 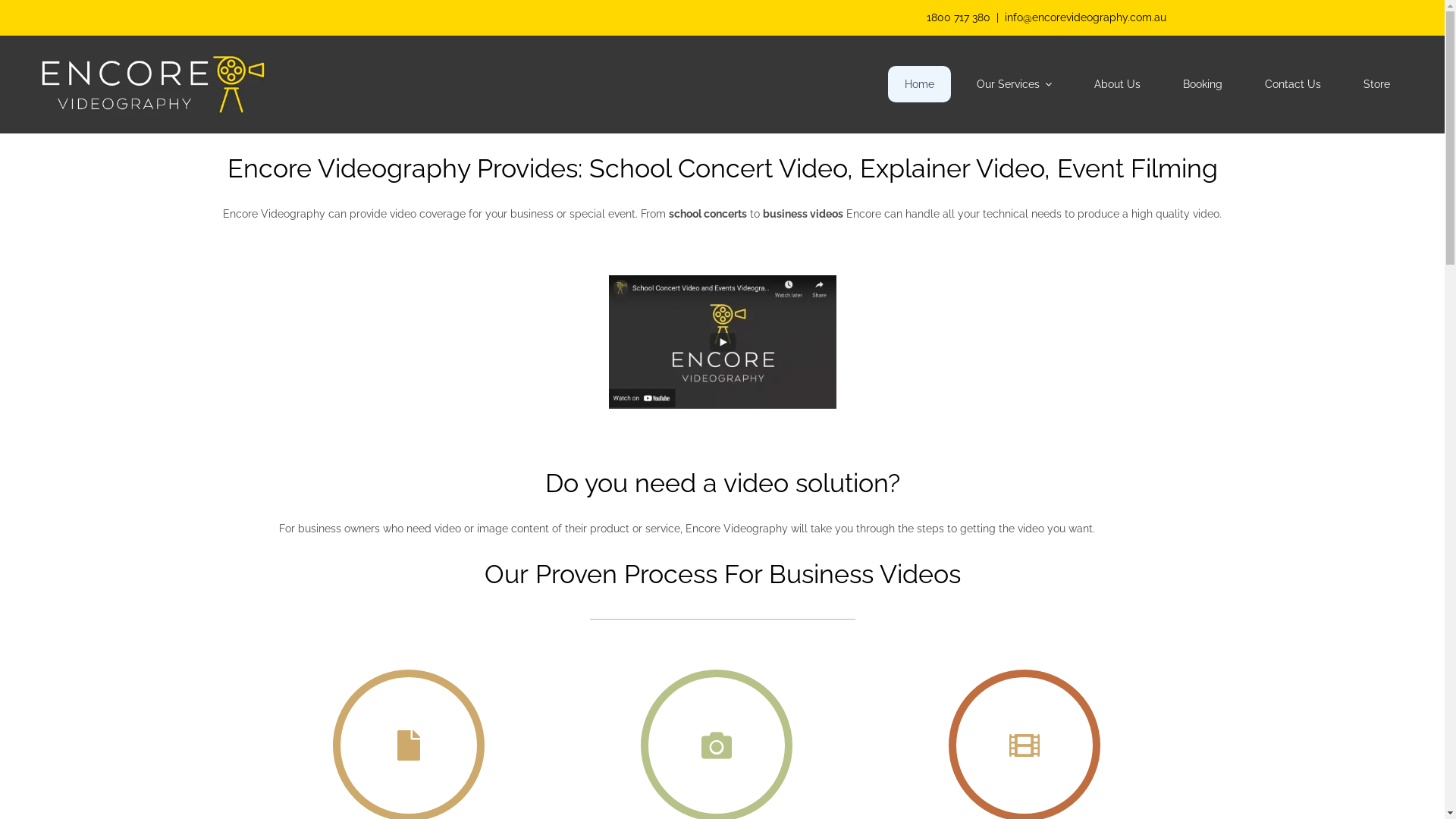 I want to click on 'Store', so click(x=1347, y=84).